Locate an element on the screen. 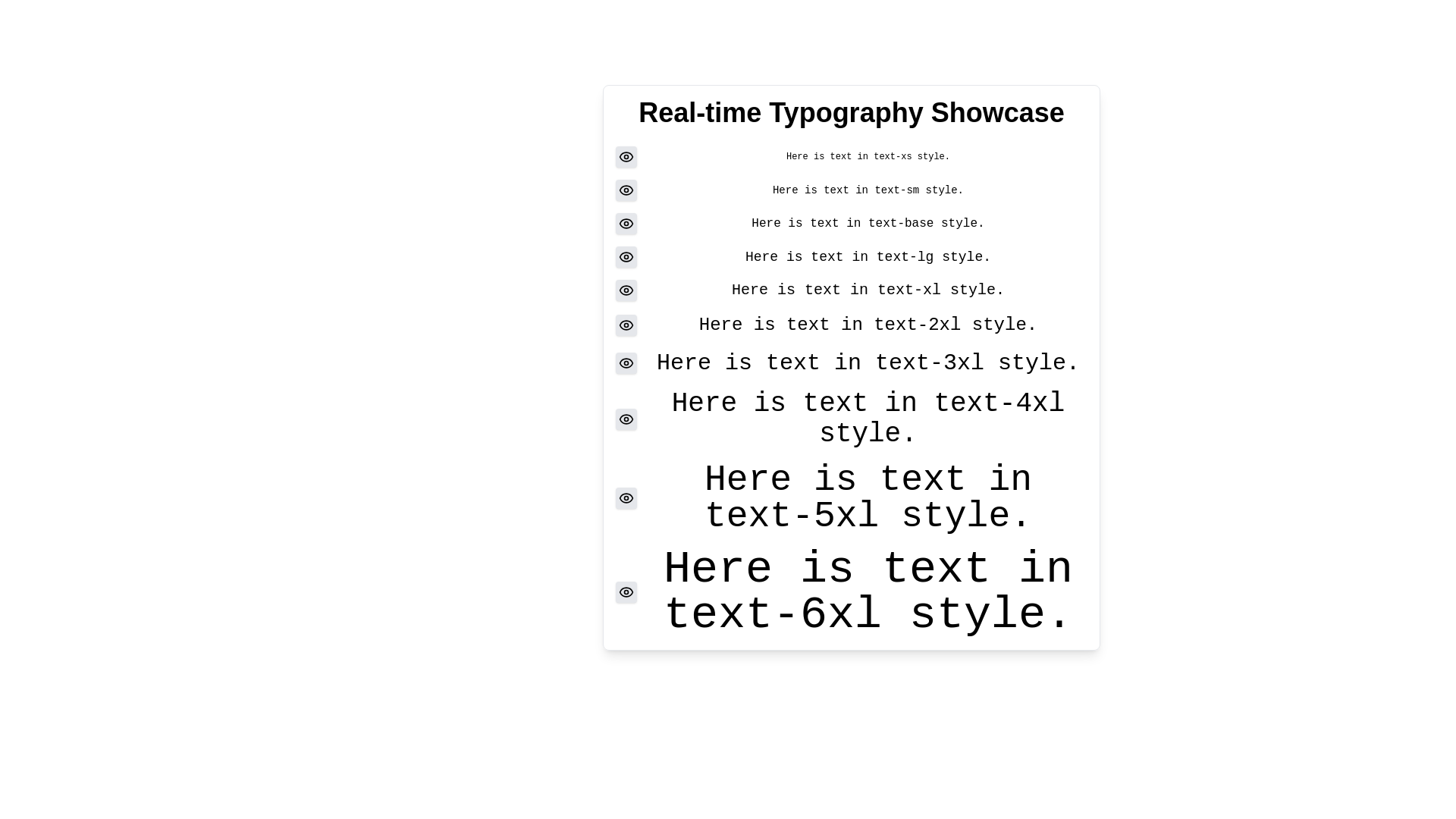 The height and width of the screenshot is (819, 1456). the eye-shaped toggle button located on the left side of the layout is located at coordinates (626, 256).